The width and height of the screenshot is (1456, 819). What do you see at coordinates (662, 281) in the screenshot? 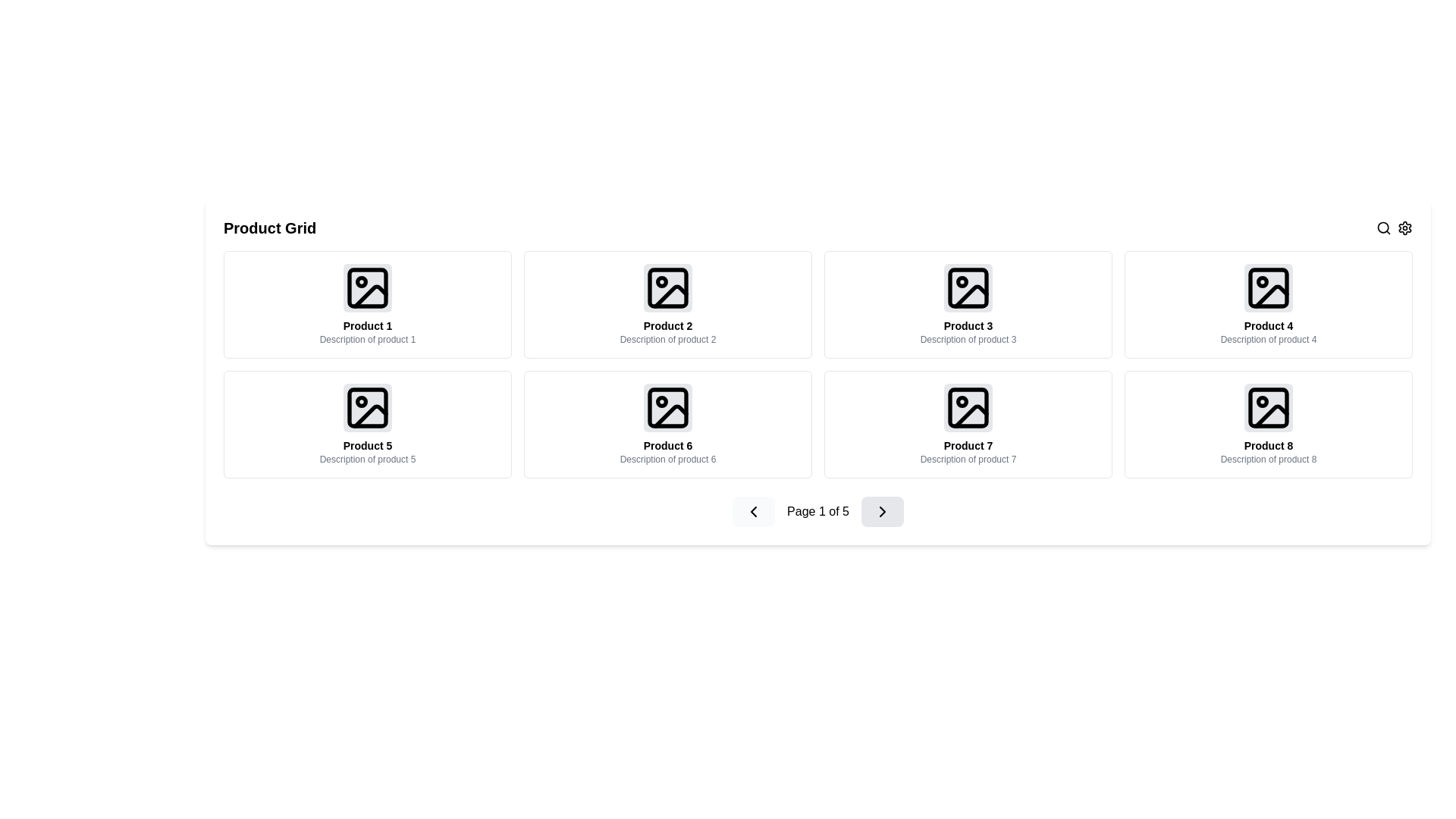
I see `the small circular shape located within the image placeholder graphic of the second product display from the left in the top row of the product grid` at bounding box center [662, 281].